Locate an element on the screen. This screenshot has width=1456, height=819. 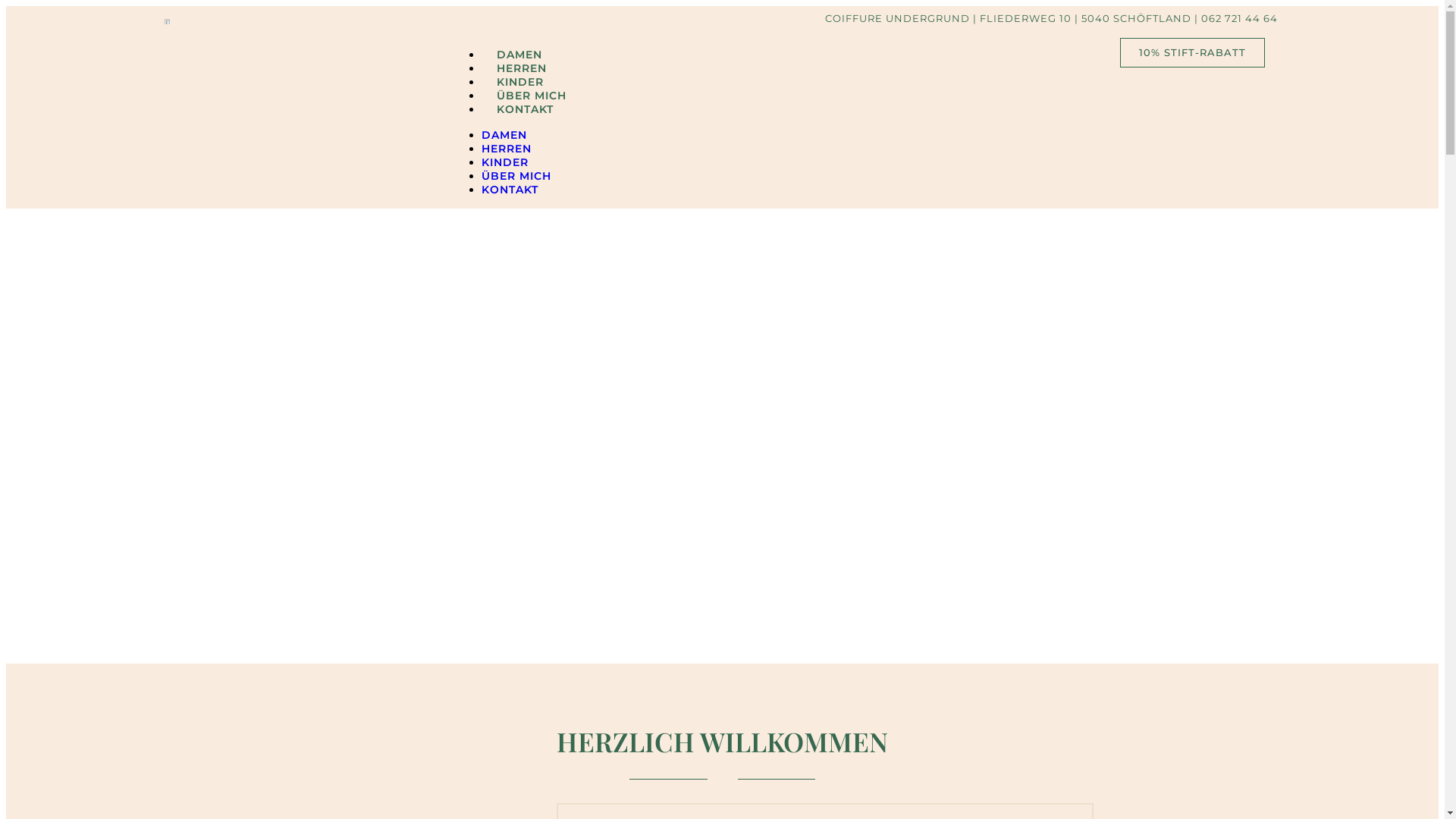
'KINDER' is located at coordinates (520, 82).